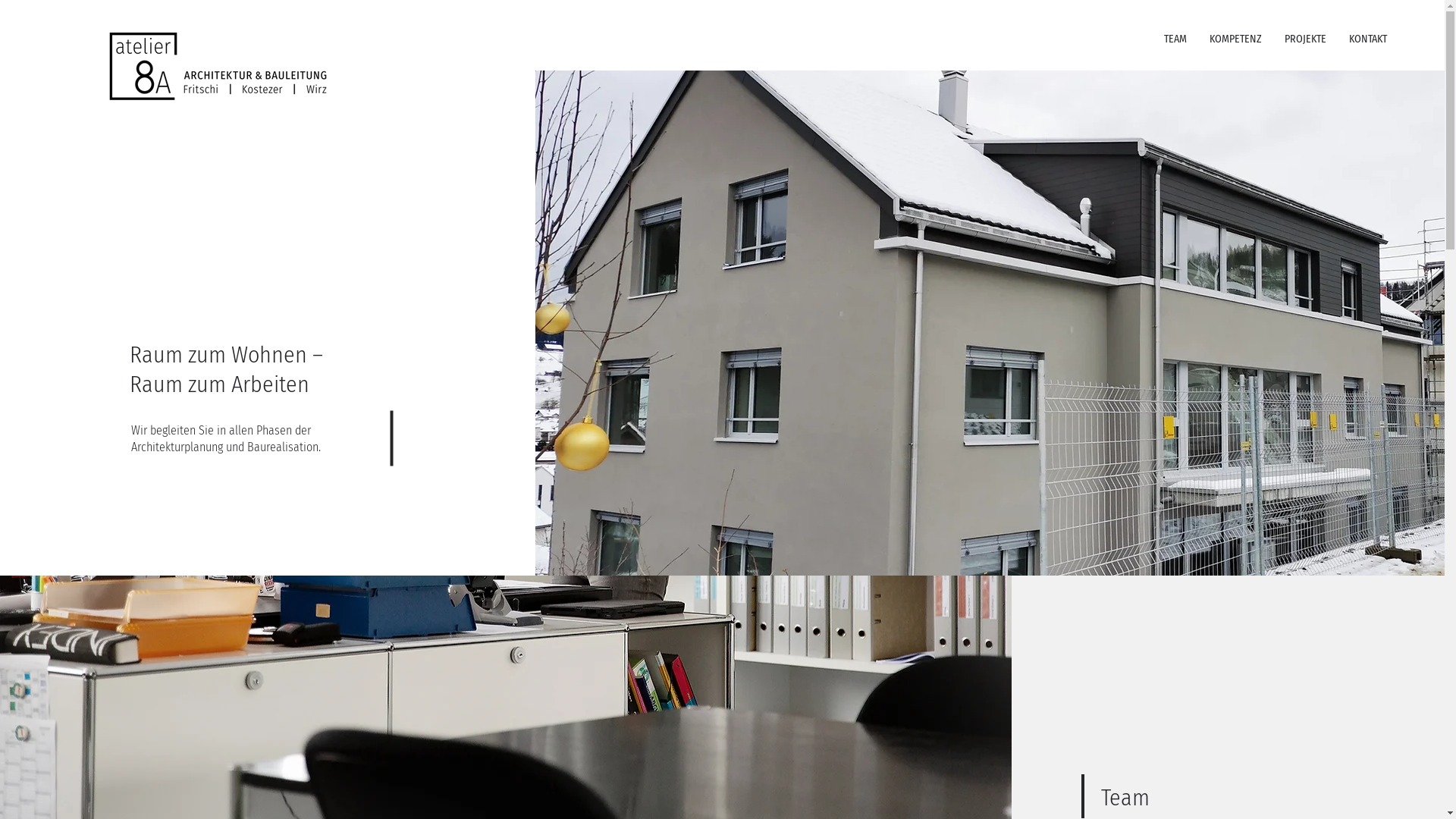  I want to click on 'KOMPETENZ', so click(1197, 38).